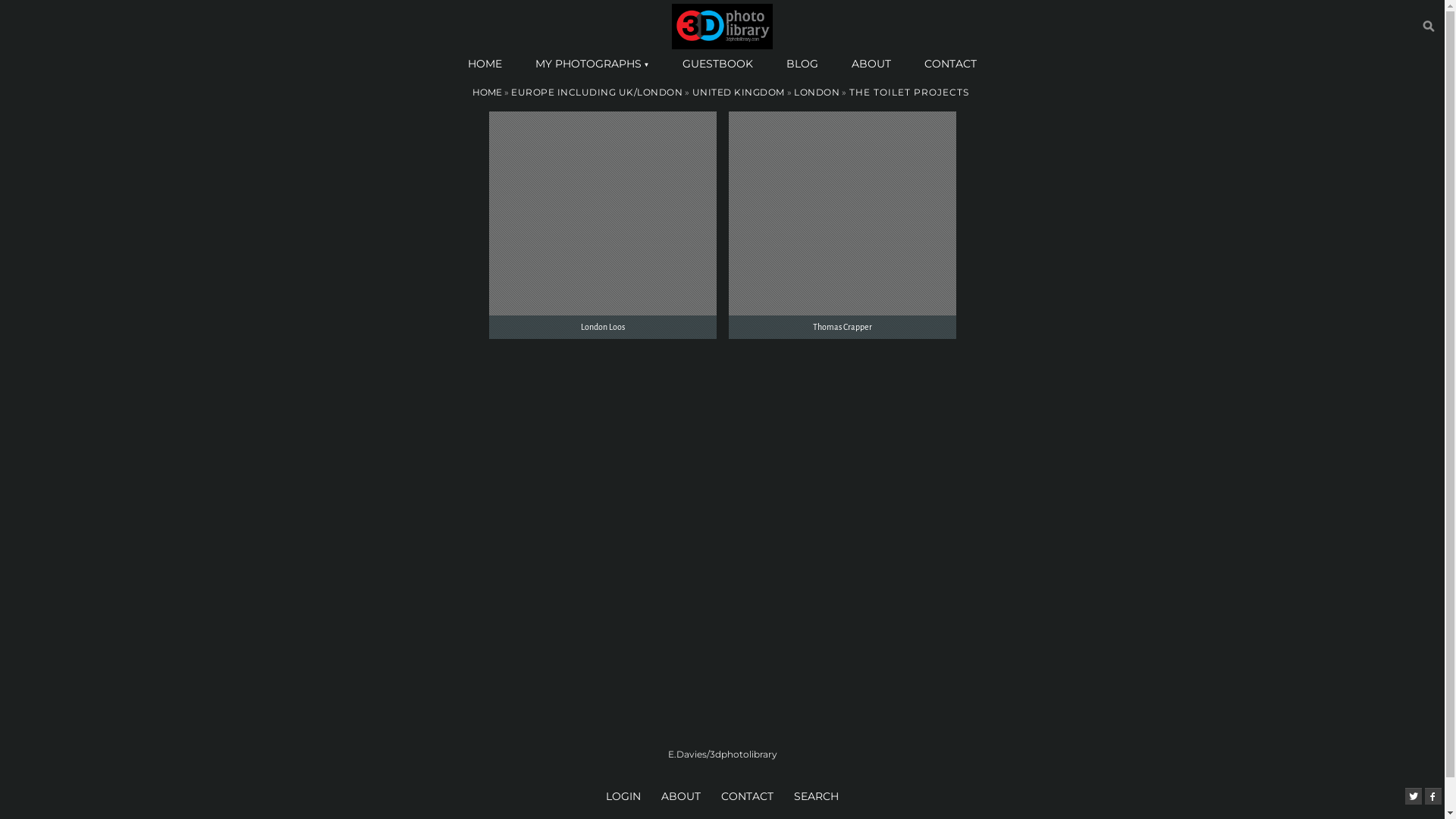 This screenshot has height=819, width=1456. What do you see at coordinates (486, 92) in the screenshot?
I see `'HOME'` at bounding box center [486, 92].